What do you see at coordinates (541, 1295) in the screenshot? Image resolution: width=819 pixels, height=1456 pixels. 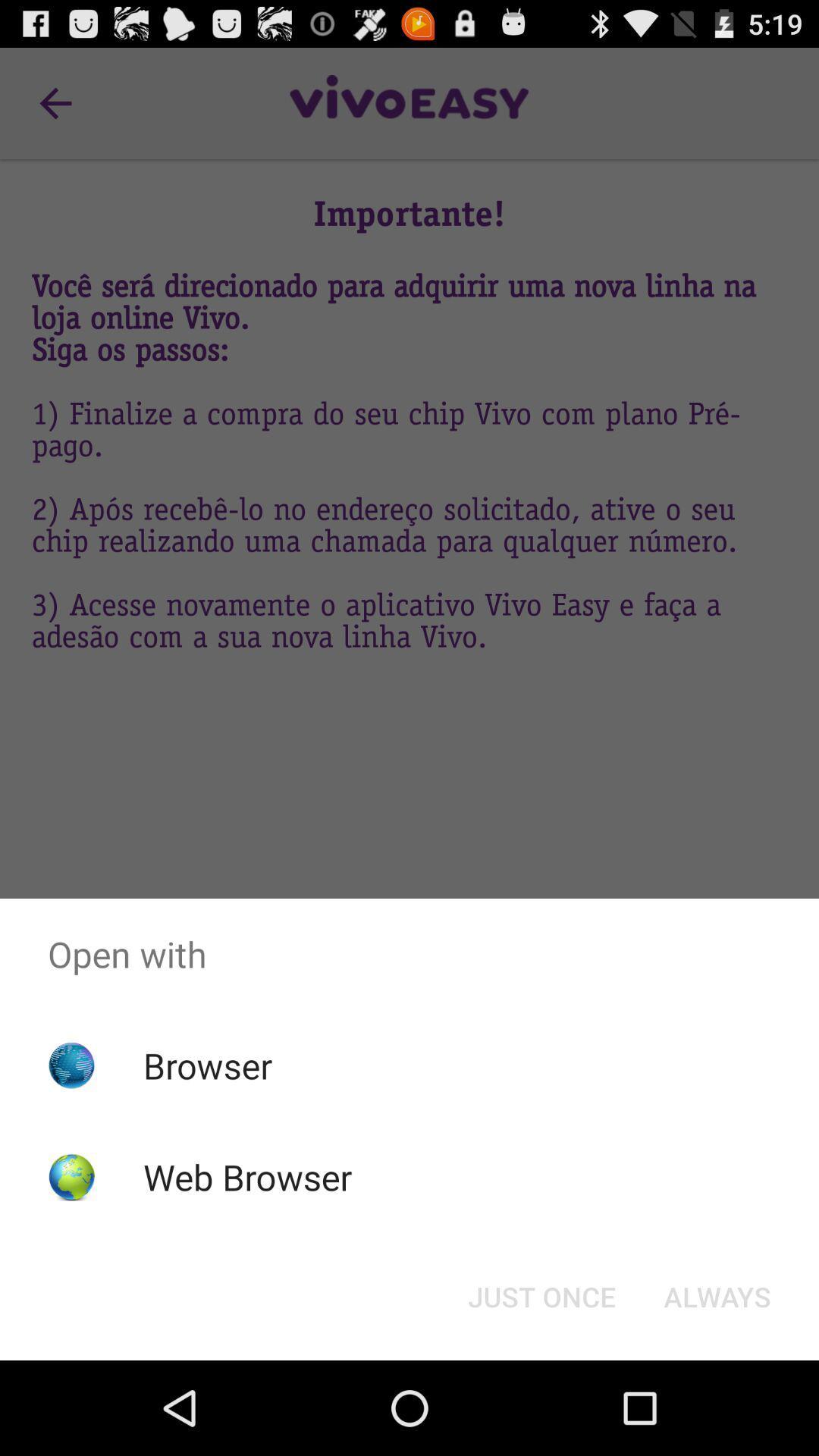 I see `just once at the bottom` at bounding box center [541, 1295].